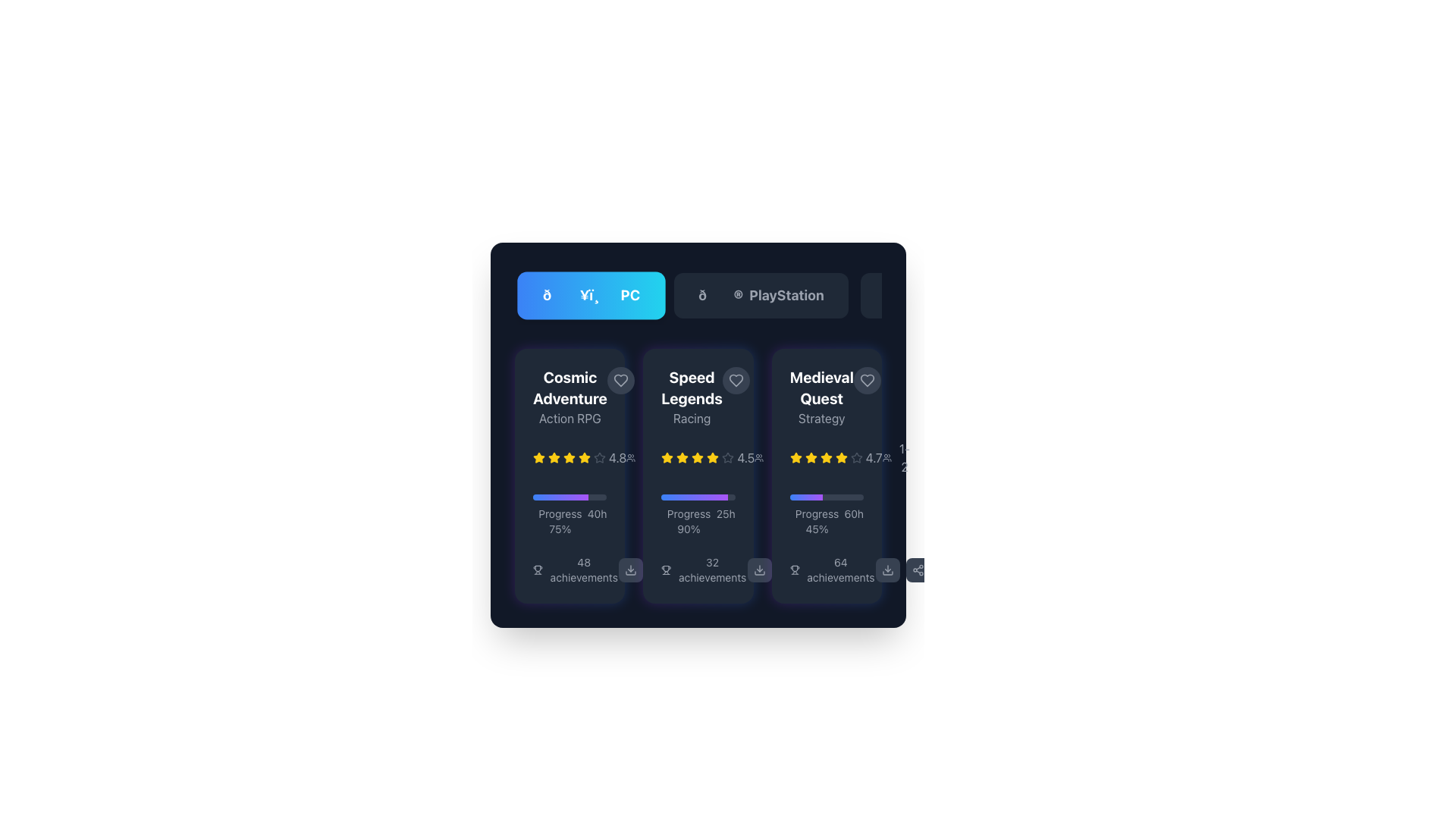 The image size is (1456, 819). Describe the element at coordinates (698, 457) in the screenshot. I see `the star rating display within the 'Speed Legends' card, which consists of four filled yellow stars and one empty star` at that location.